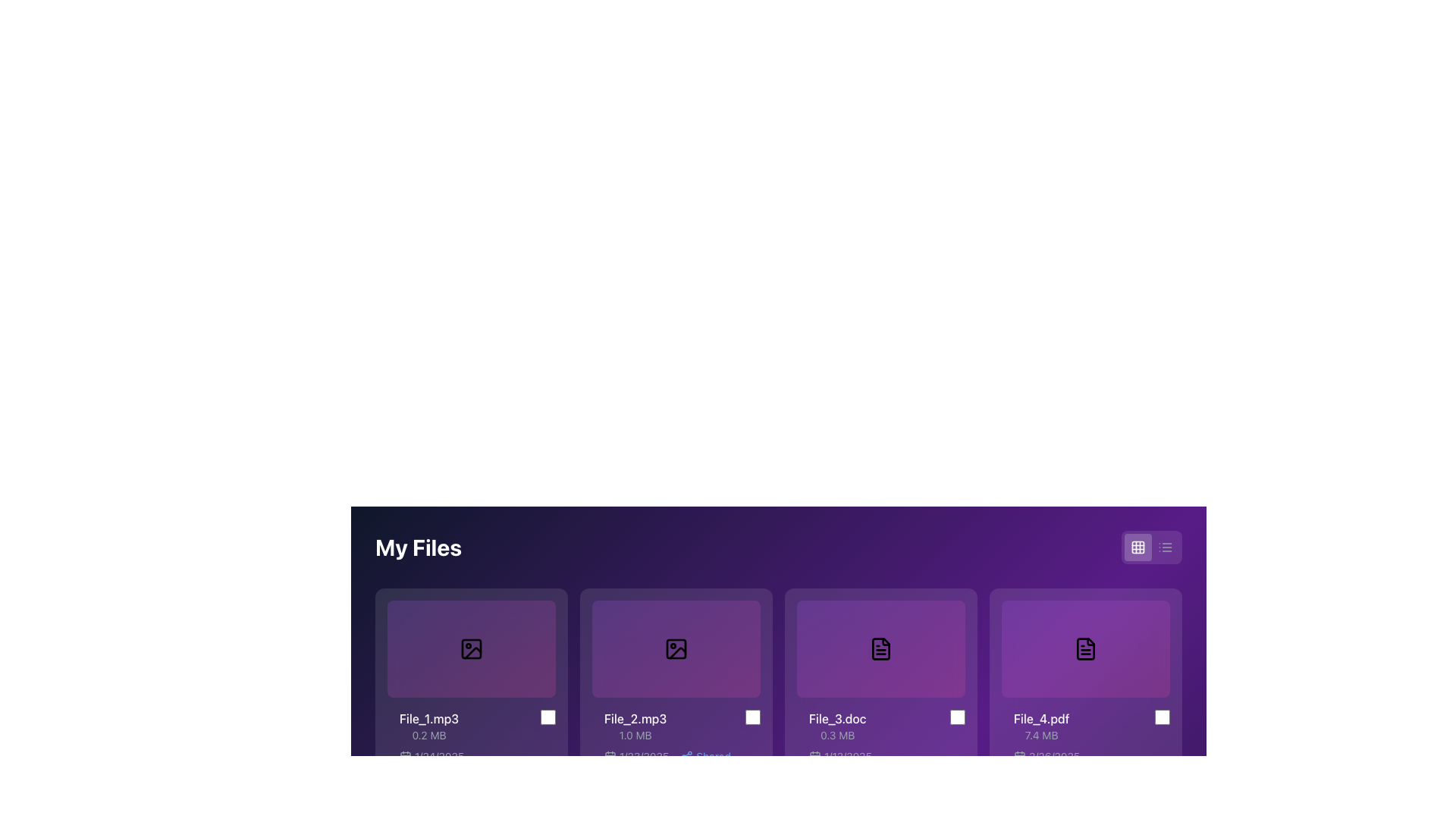 Image resolution: width=1456 pixels, height=819 pixels. I want to click on the icon resembling a text document with horizontal lines, located in the fourth item (File_4.pdf) of the file list, so click(1084, 648).